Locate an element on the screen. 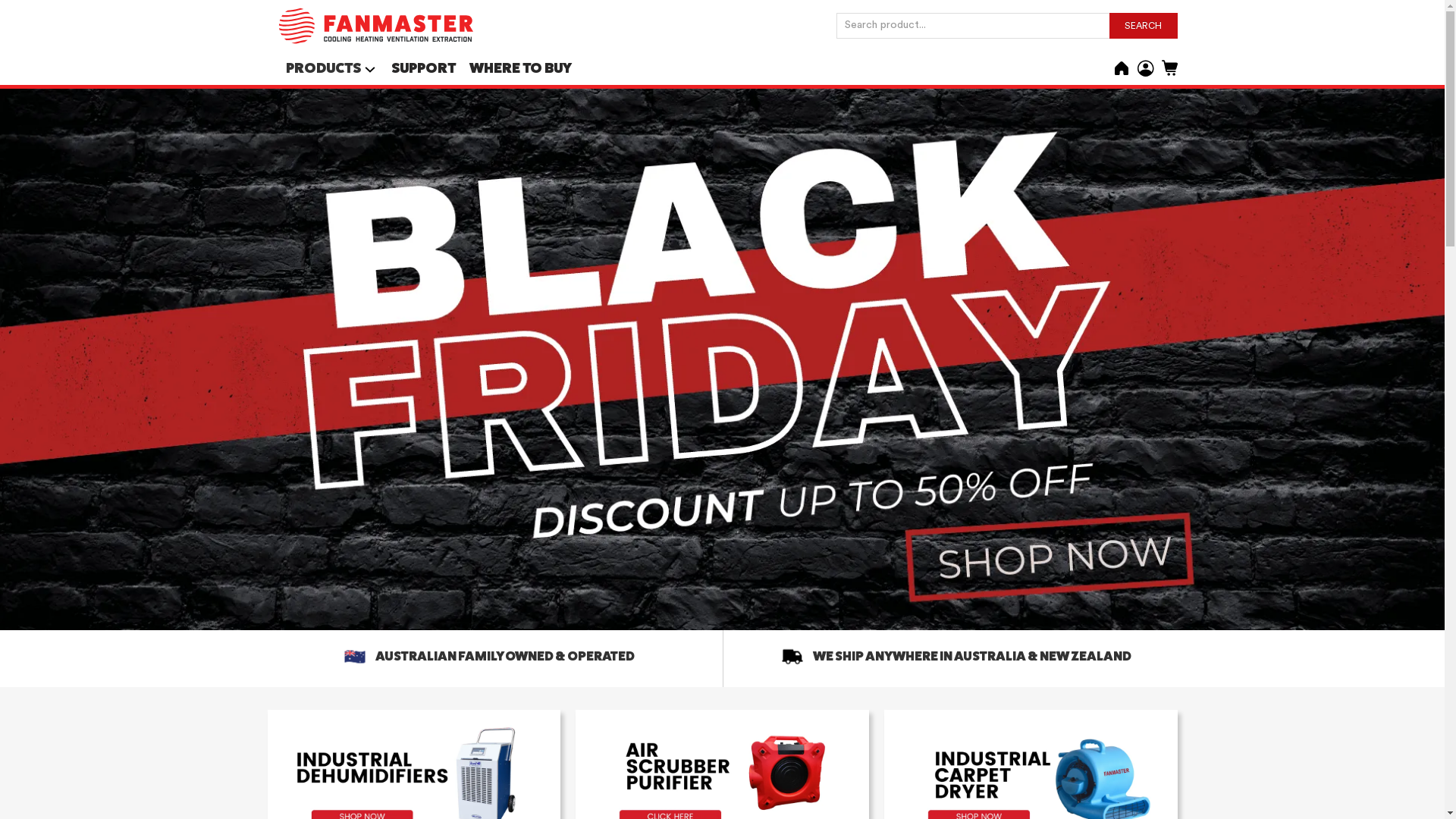 Image resolution: width=1456 pixels, height=819 pixels. 'PRODUCTS' is located at coordinates (322, 67).